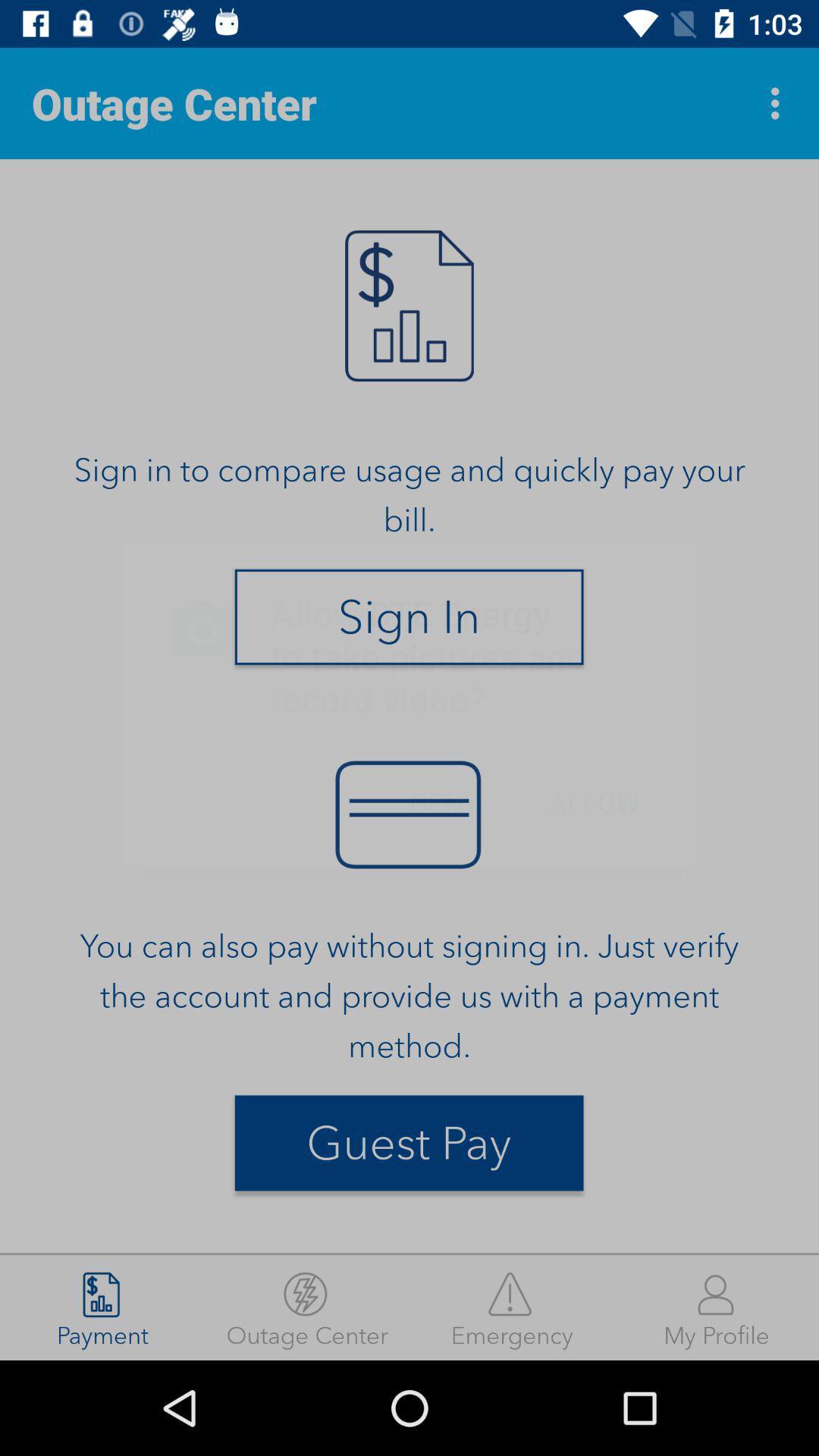  What do you see at coordinates (779, 102) in the screenshot?
I see `item at the top right corner` at bounding box center [779, 102].